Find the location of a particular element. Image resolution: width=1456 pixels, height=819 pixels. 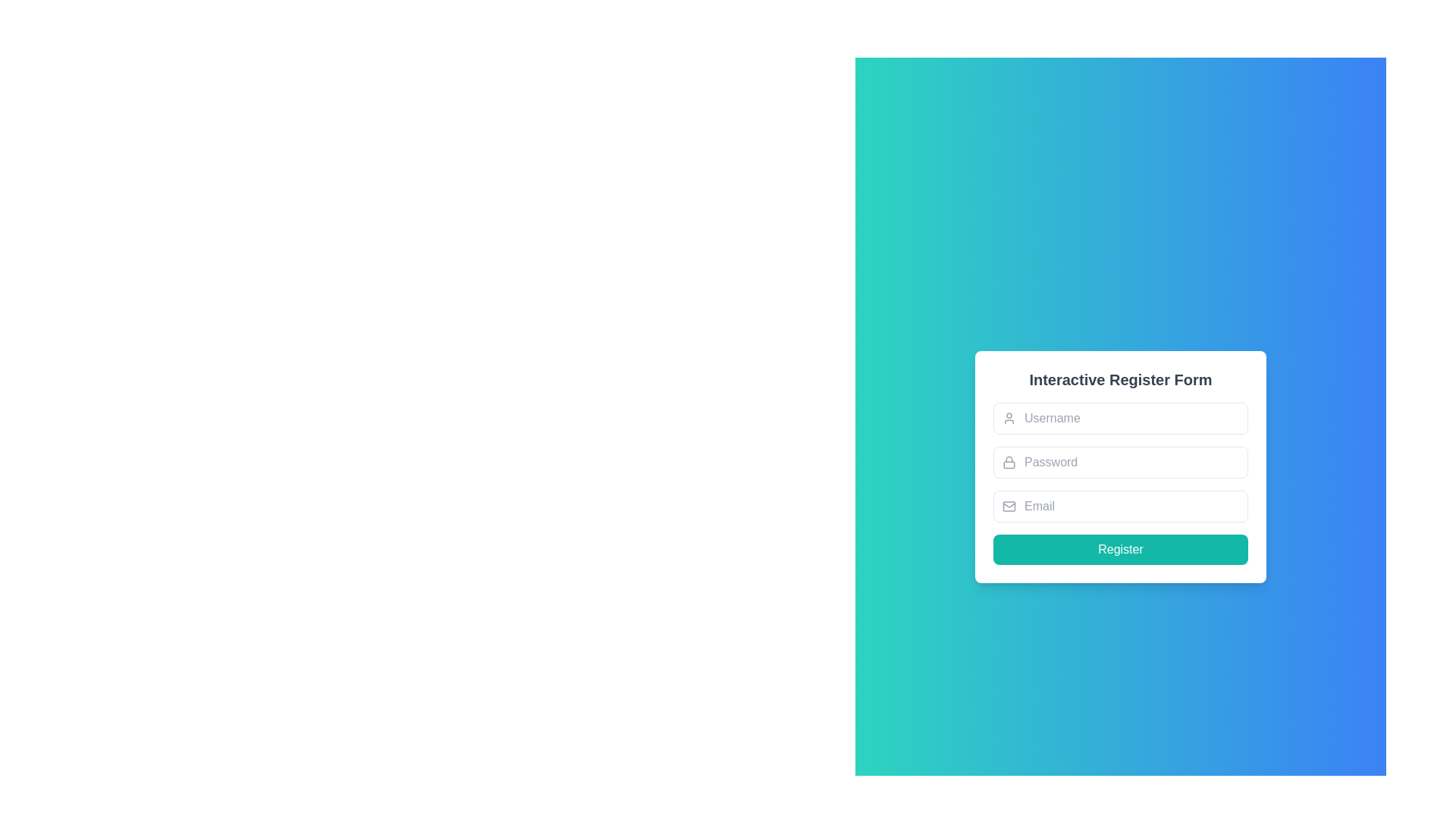

the muted gray lock icon located at the top-left corner of the password input field, positioned before the placeholder text is located at coordinates (1009, 461).